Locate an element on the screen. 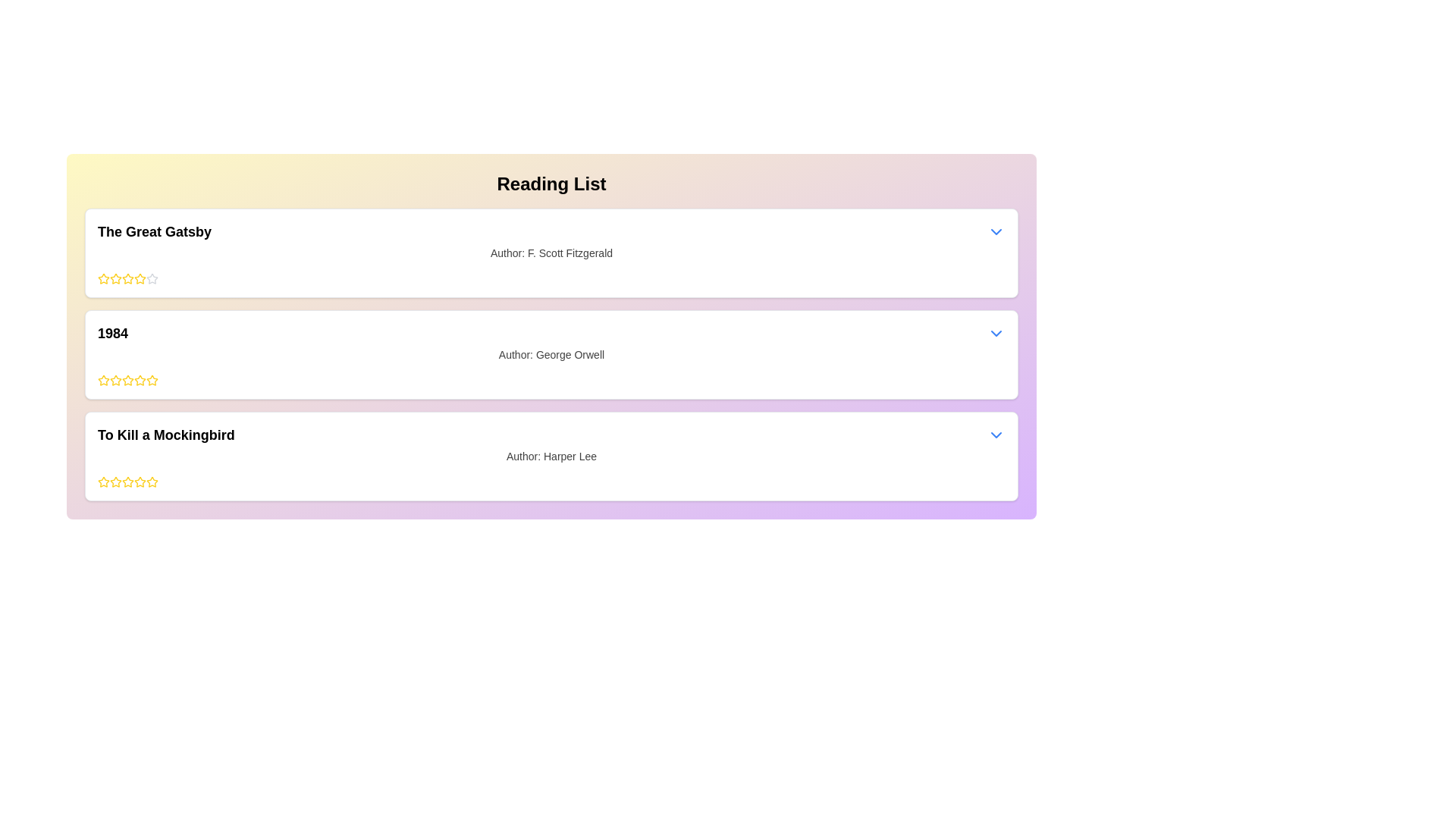 This screenshot has width=1456, height=819. the dropdown toggle button (chevron) located on the right side of the '1984' listing to trigger hover effects is located at coordinates (996, 332).